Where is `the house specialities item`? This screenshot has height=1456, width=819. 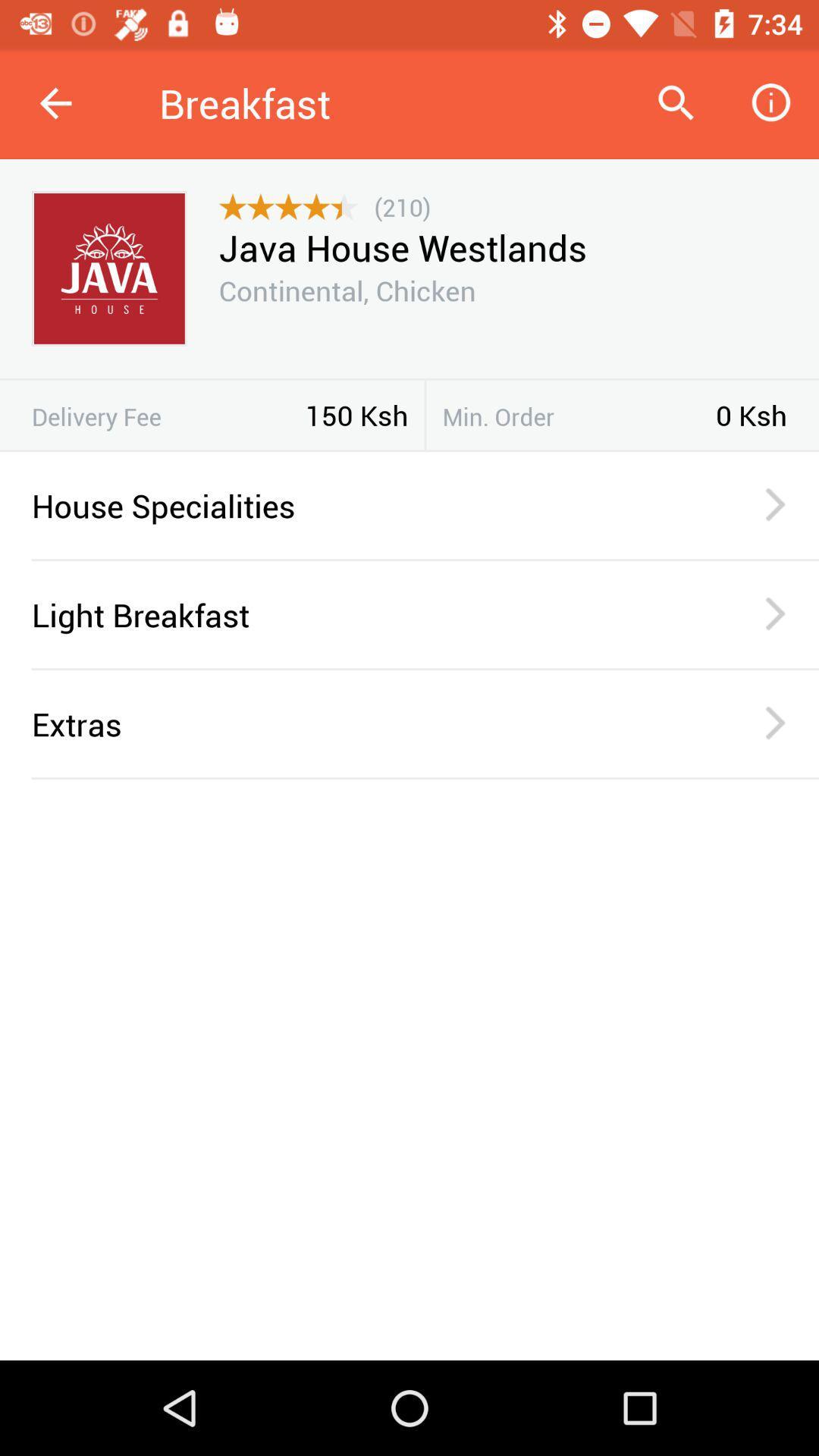
the house specialities item is located at coordinates (366, 505).